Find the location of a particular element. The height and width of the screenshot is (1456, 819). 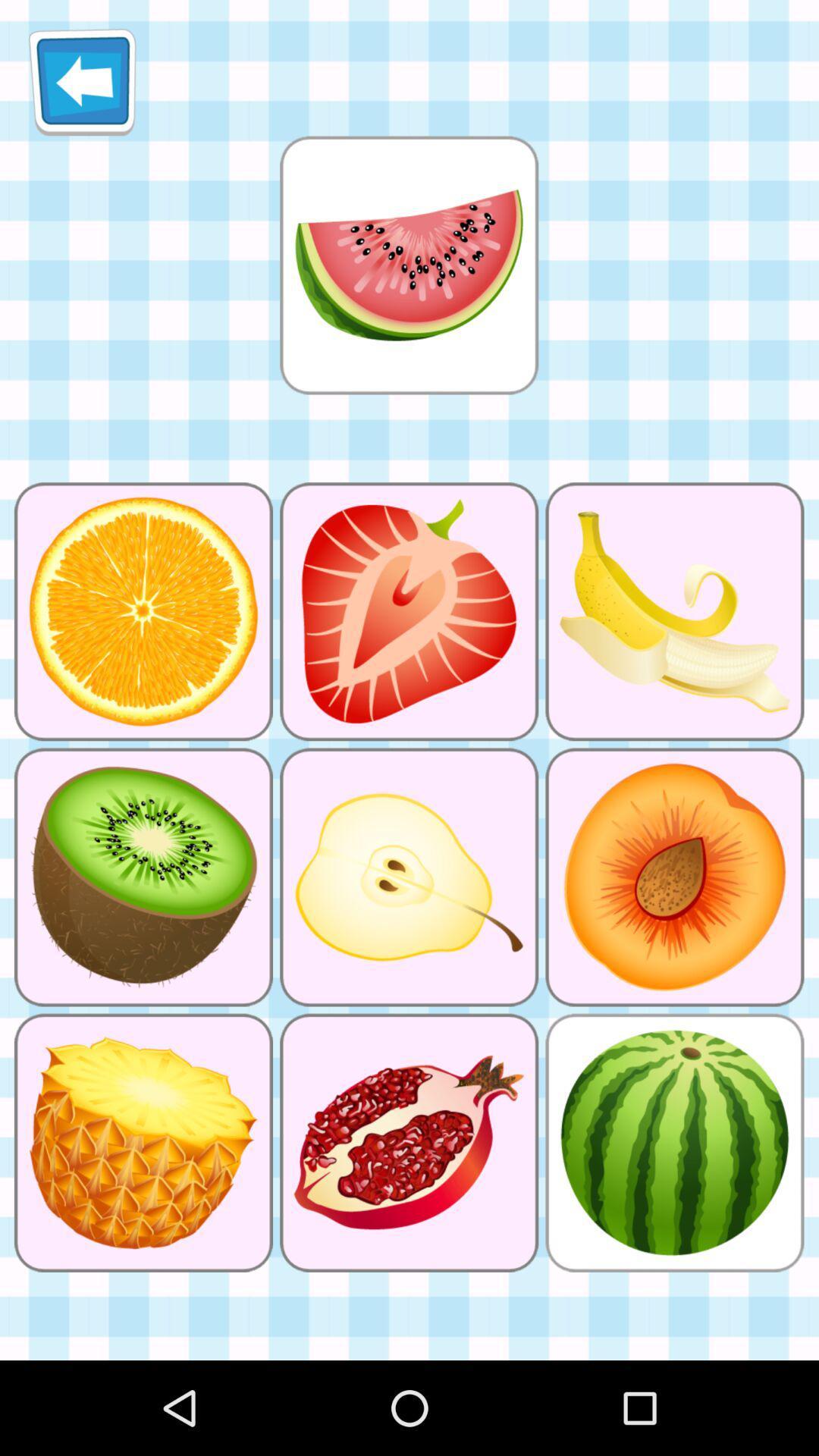

the arrow_backward icon is located at coordinates (82, 87).